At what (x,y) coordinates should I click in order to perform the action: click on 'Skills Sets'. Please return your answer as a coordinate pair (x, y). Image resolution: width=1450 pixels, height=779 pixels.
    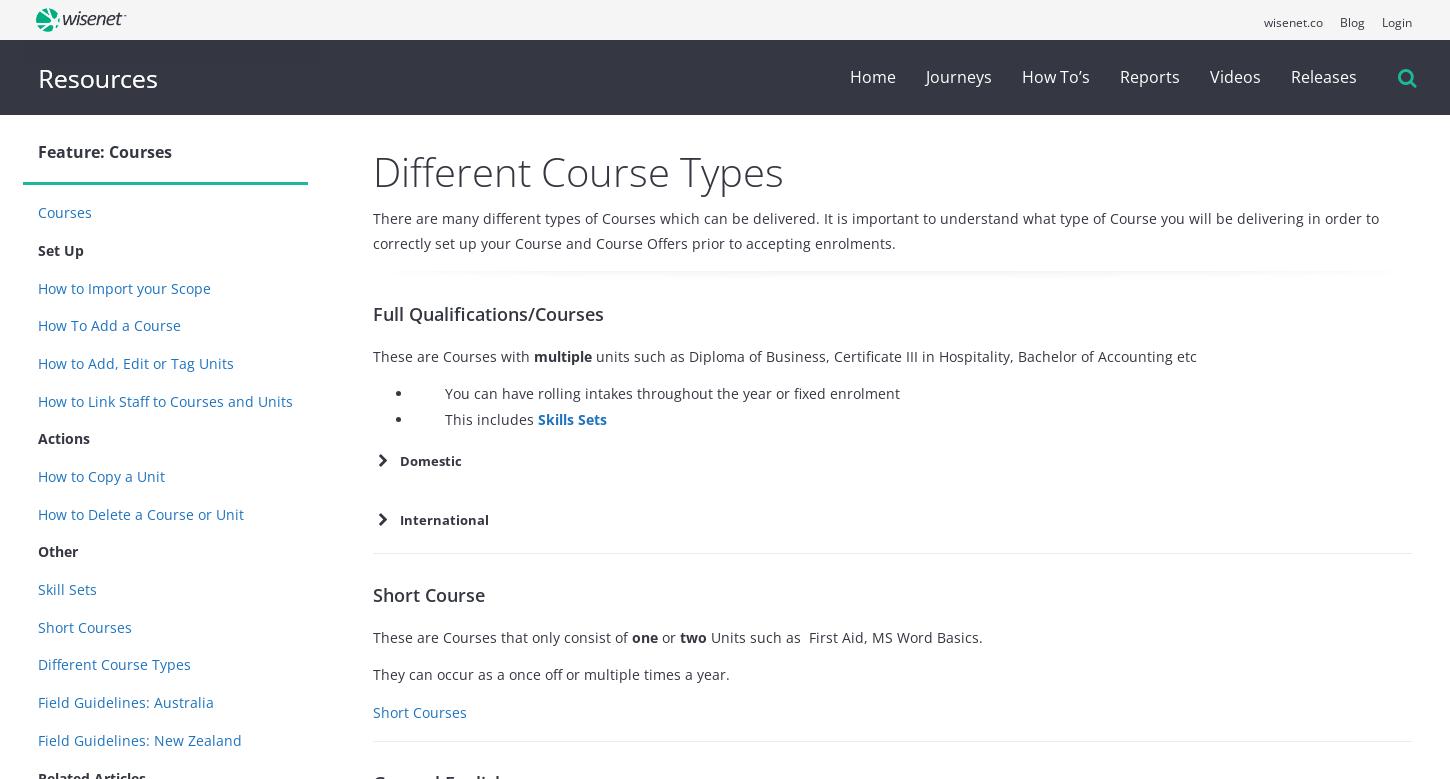
    Looking at the image, I should click on (572, 417).